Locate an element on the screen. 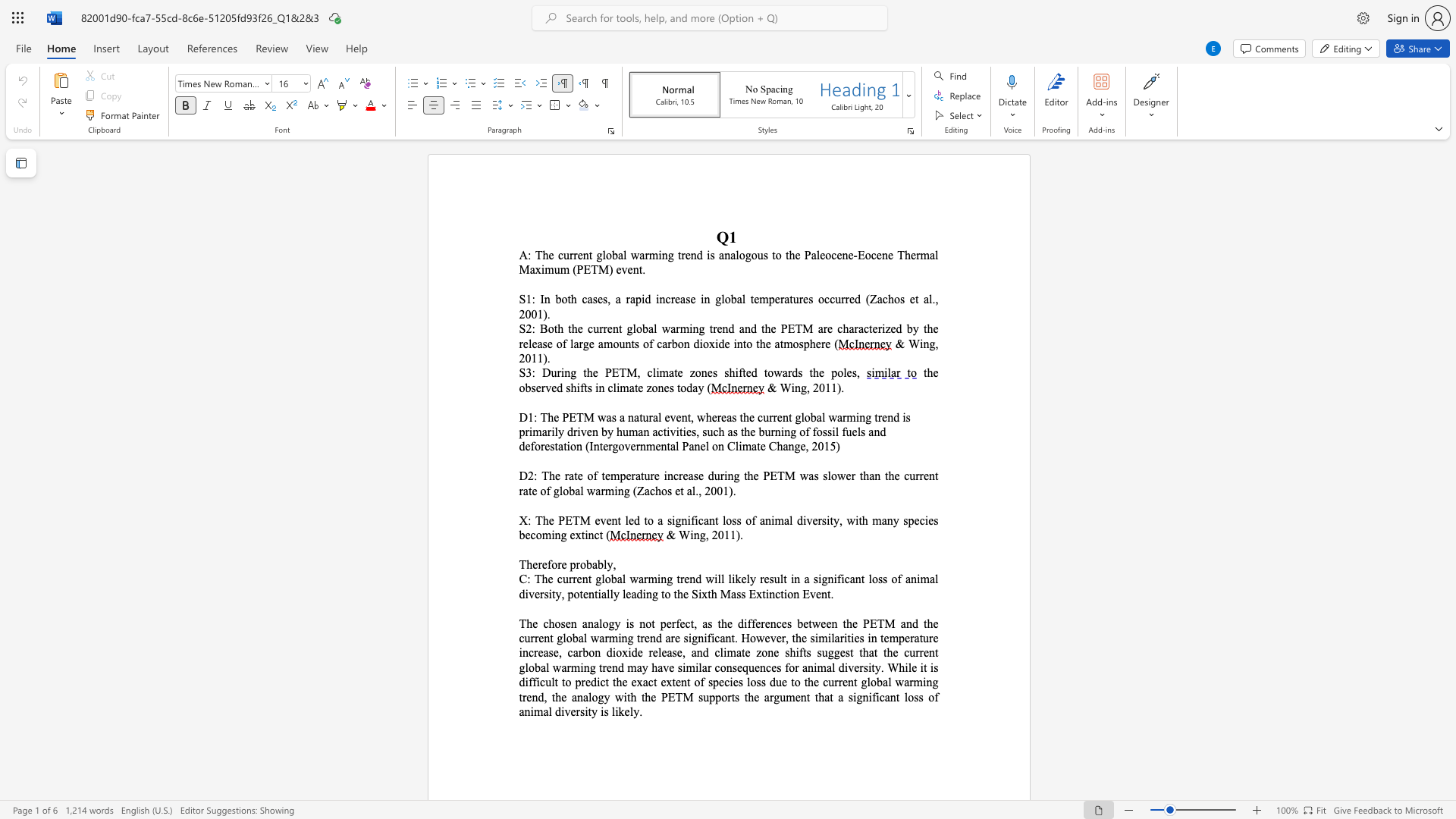 The image size is (1456, 819). the subset text "ge amou" within the text "large amounts" is located at coordinates (582, 344).